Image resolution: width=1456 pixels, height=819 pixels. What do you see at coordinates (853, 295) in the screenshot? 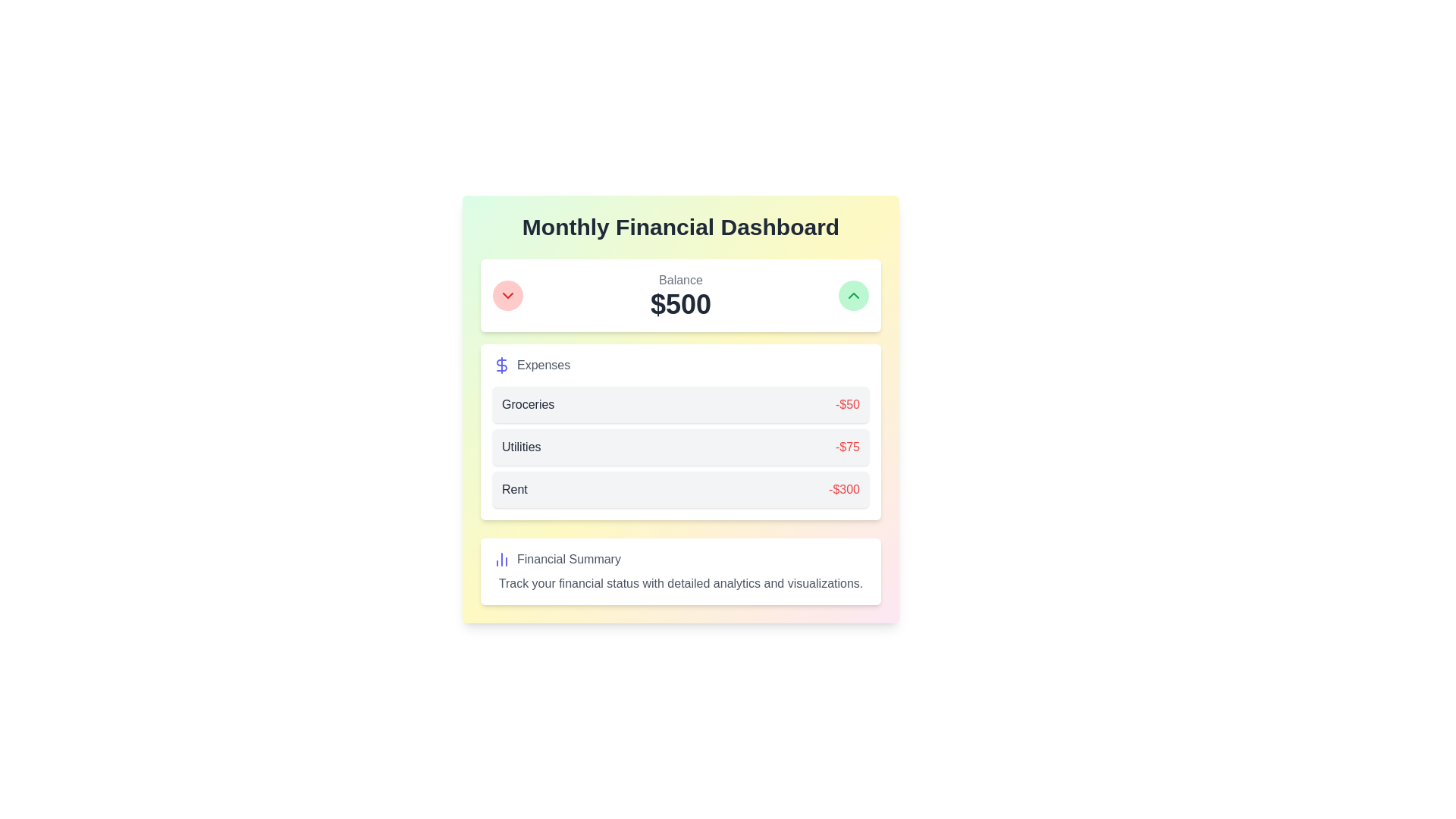
I see `the upward-pointing green chevron icon located within the green circular button at the top-right corner of the interface` at bounding box center [853, 295].